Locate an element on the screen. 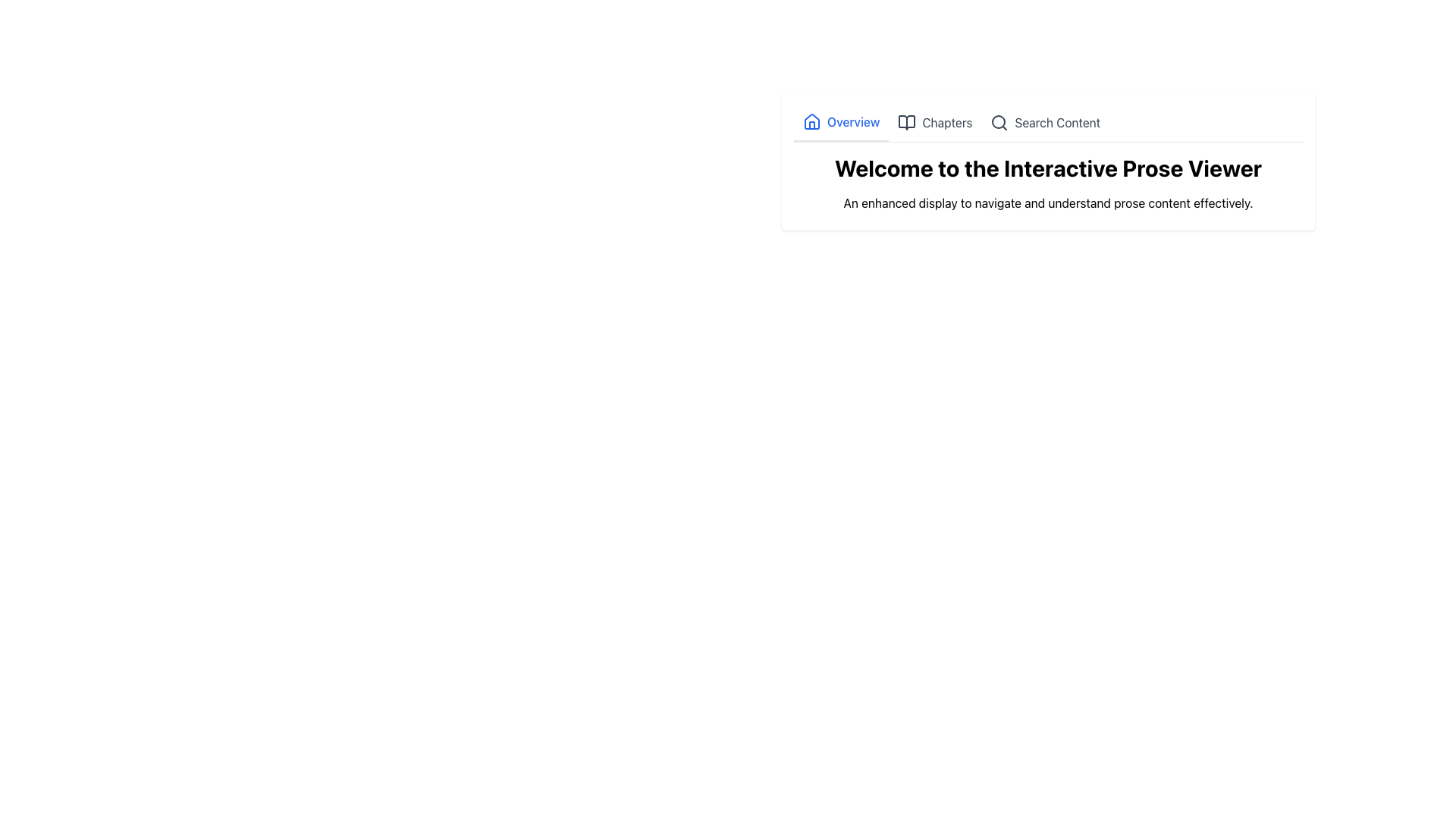  the 'Chapters' Navigation Tab, which features an open book icon followed by the text 'Chapters' in gray color is located at coordinates (934, 122).